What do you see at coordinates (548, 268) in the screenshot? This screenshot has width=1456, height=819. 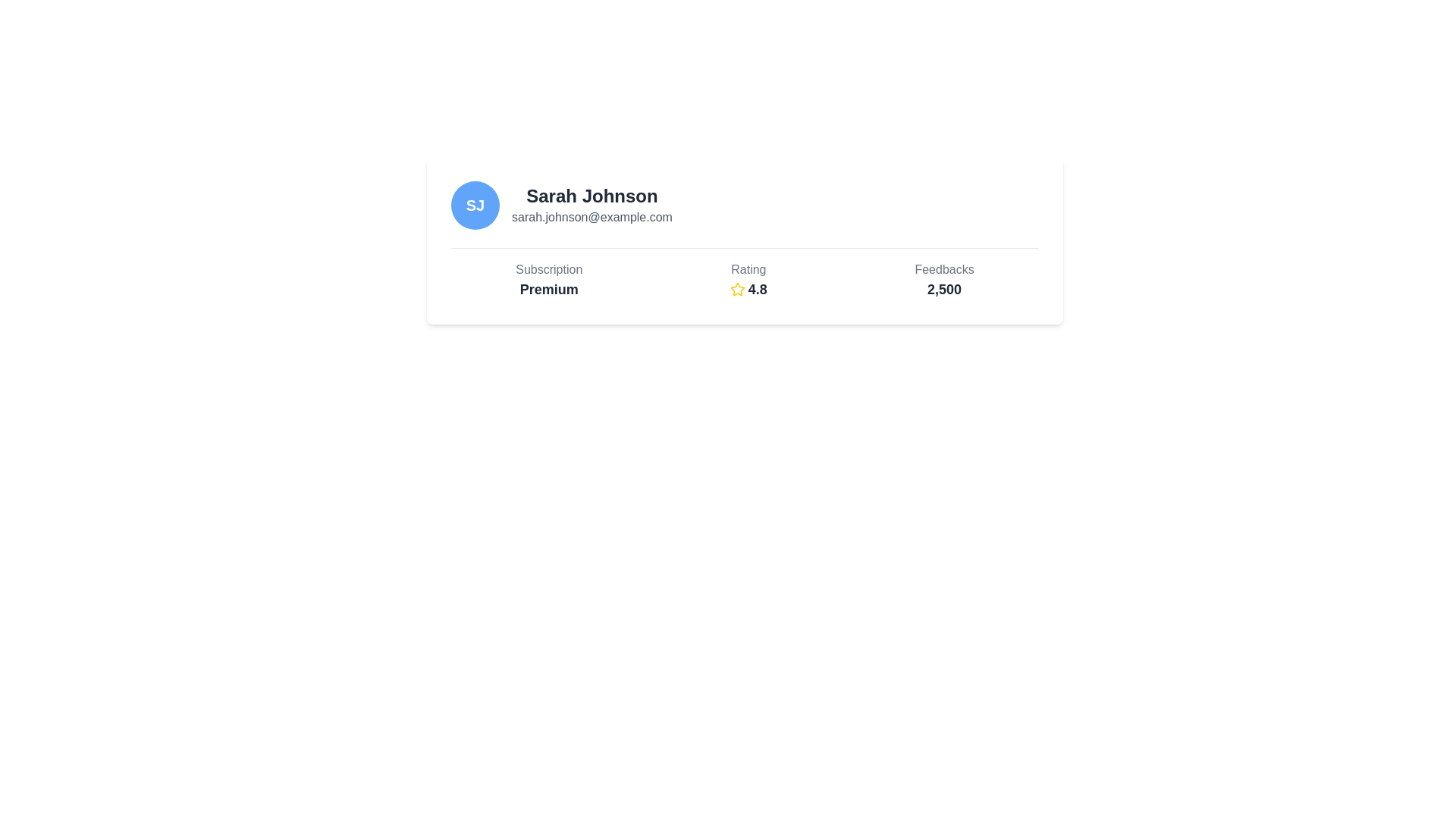 I see `the text label displaying 'Subscription' which is styled in gray and positioned above the bold text 'Premium' in a user information card` at bounding box center [548, 268].